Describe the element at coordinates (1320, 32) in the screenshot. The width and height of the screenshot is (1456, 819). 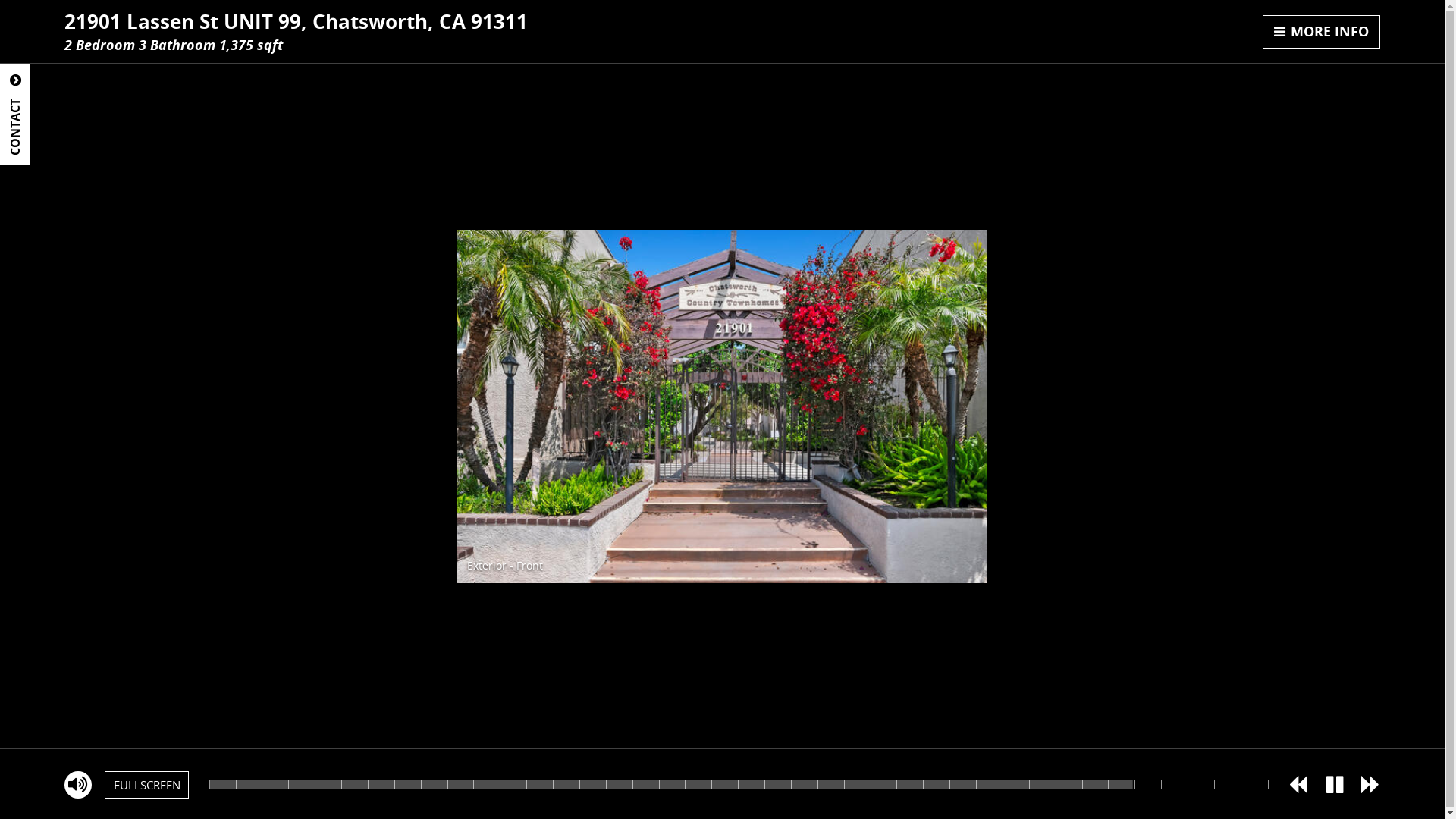
I see `'MORE INFO'` at that location.